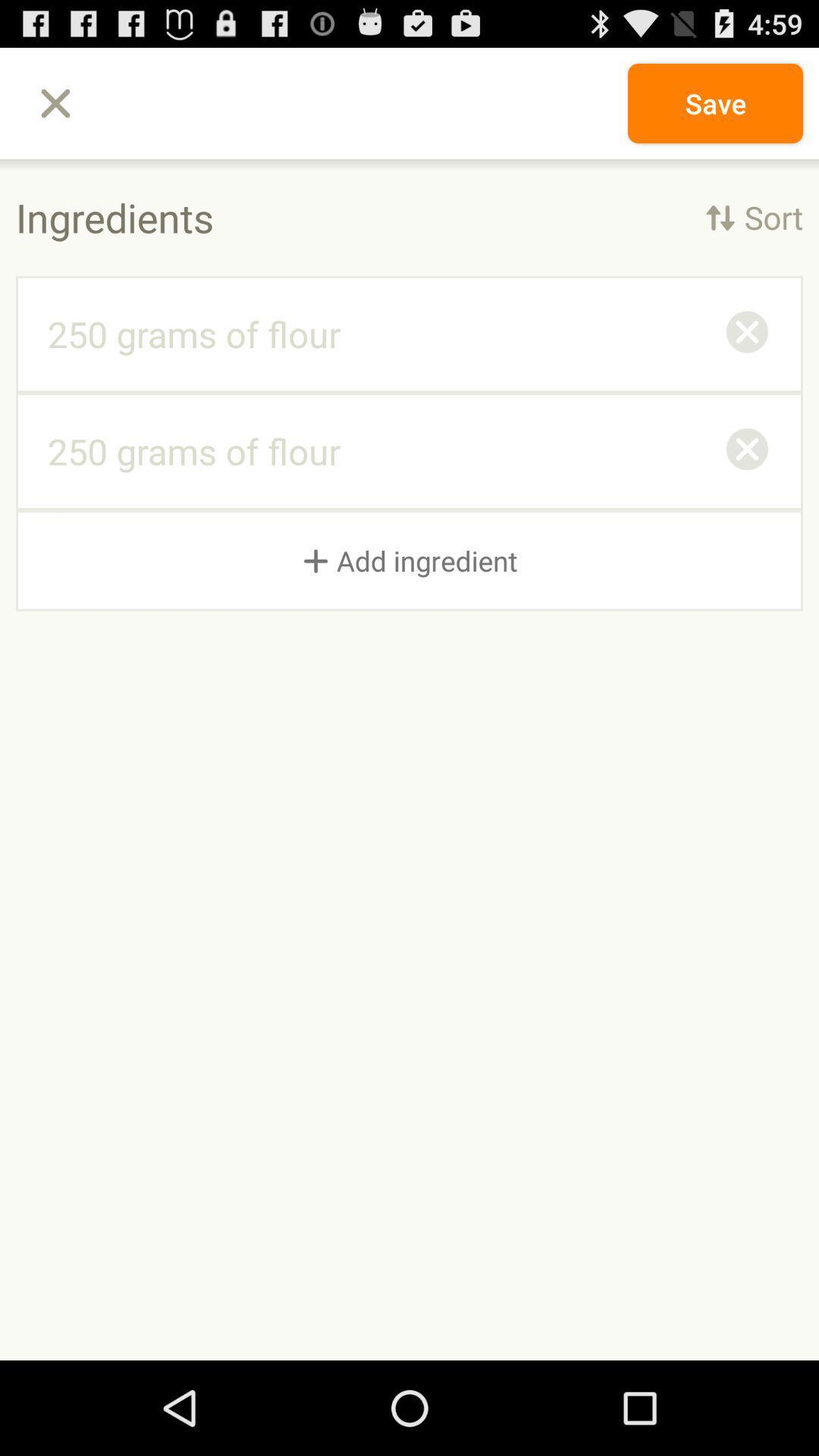 The image size is (819, 1456). Describe the element at coordinates (715, 102) in the screenshot. I see `the save icon` at that location.